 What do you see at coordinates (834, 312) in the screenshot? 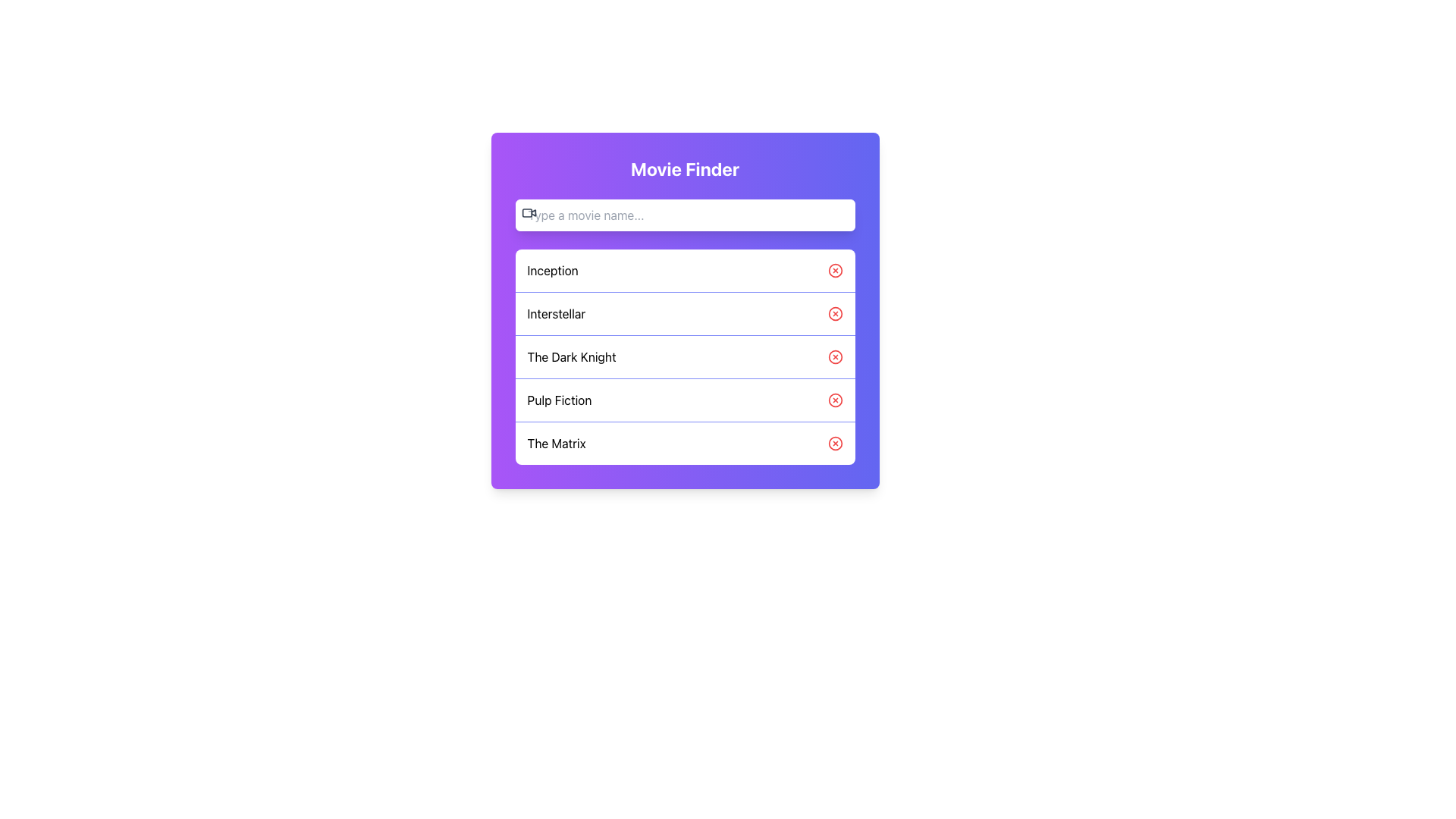
I see `the circular border of the red icon associated with the 'Interstellar' entry in the movie list` at bounding box center [834, 312].